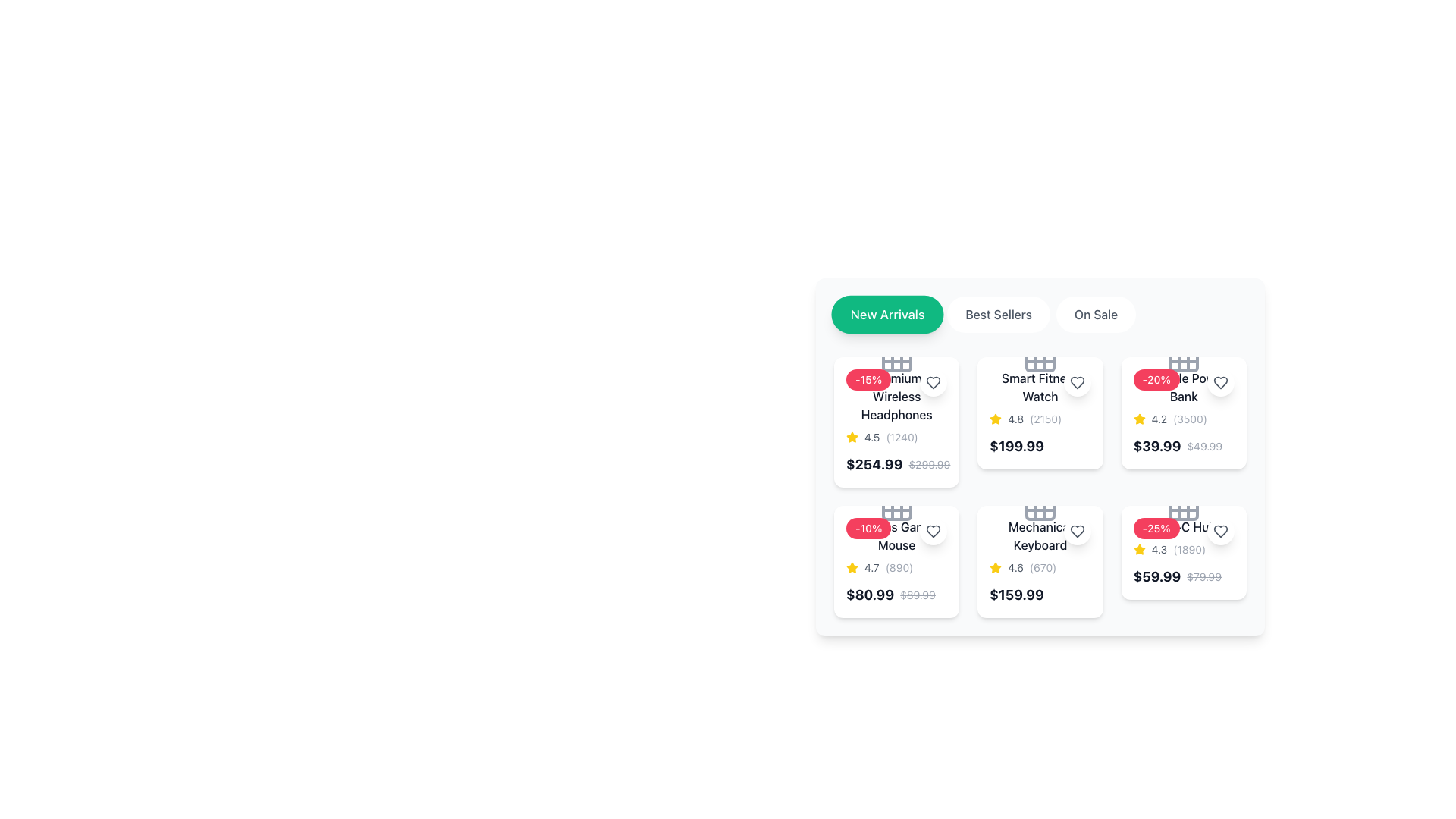 This screenshot has height=819, width=1456. What do you see at coordinates (868, 528) in the screenshot?
I see `the discount tag badge indicating a 10% discount on the product within the second card of the left column` at bounding box center [868, 528].